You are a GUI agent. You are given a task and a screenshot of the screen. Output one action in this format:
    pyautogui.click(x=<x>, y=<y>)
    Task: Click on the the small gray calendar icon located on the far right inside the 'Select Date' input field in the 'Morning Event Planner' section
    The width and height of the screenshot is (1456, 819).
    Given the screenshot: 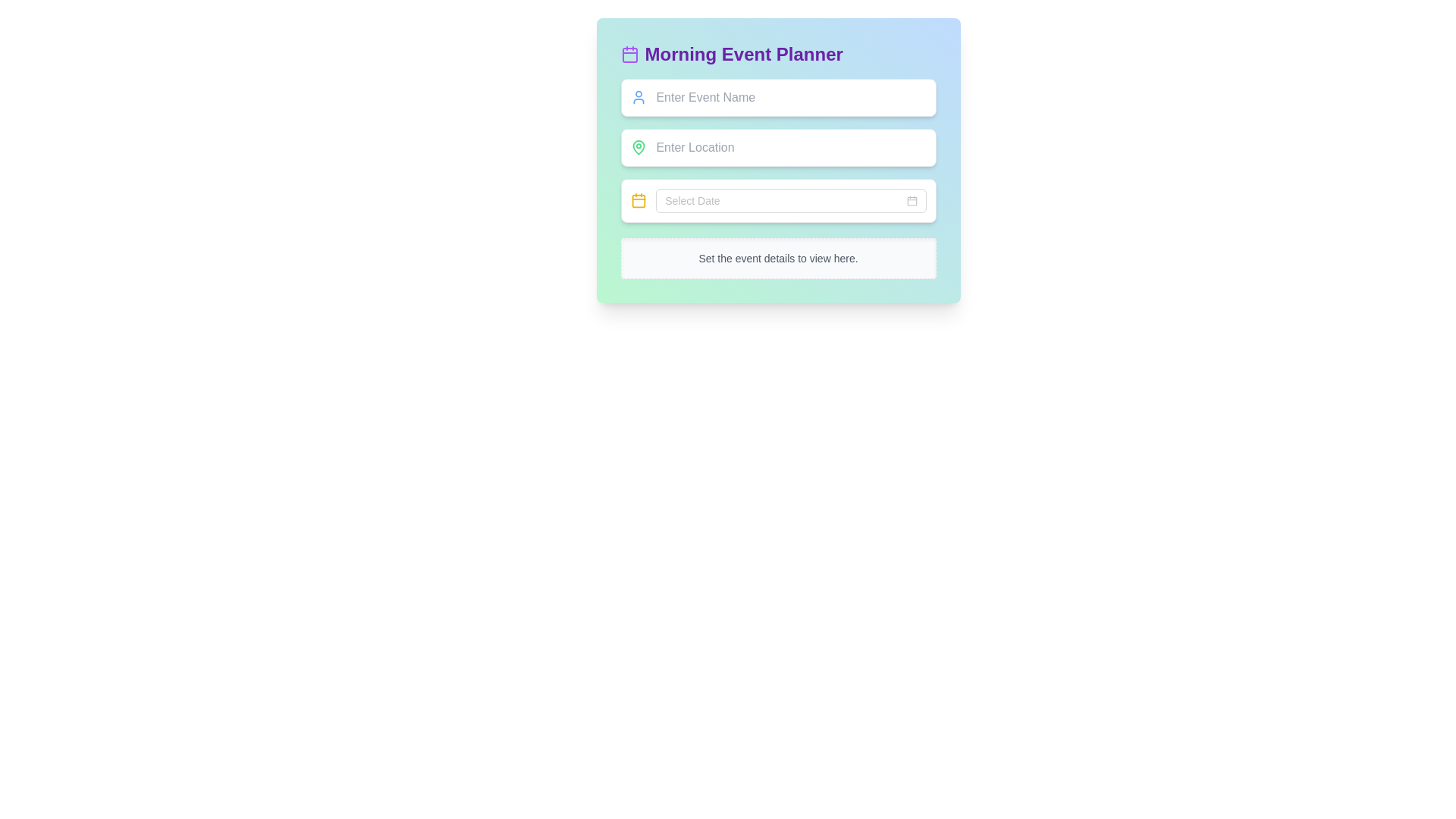 What is the action you would take?
    pyautogui.click(x=911, y=200)
    